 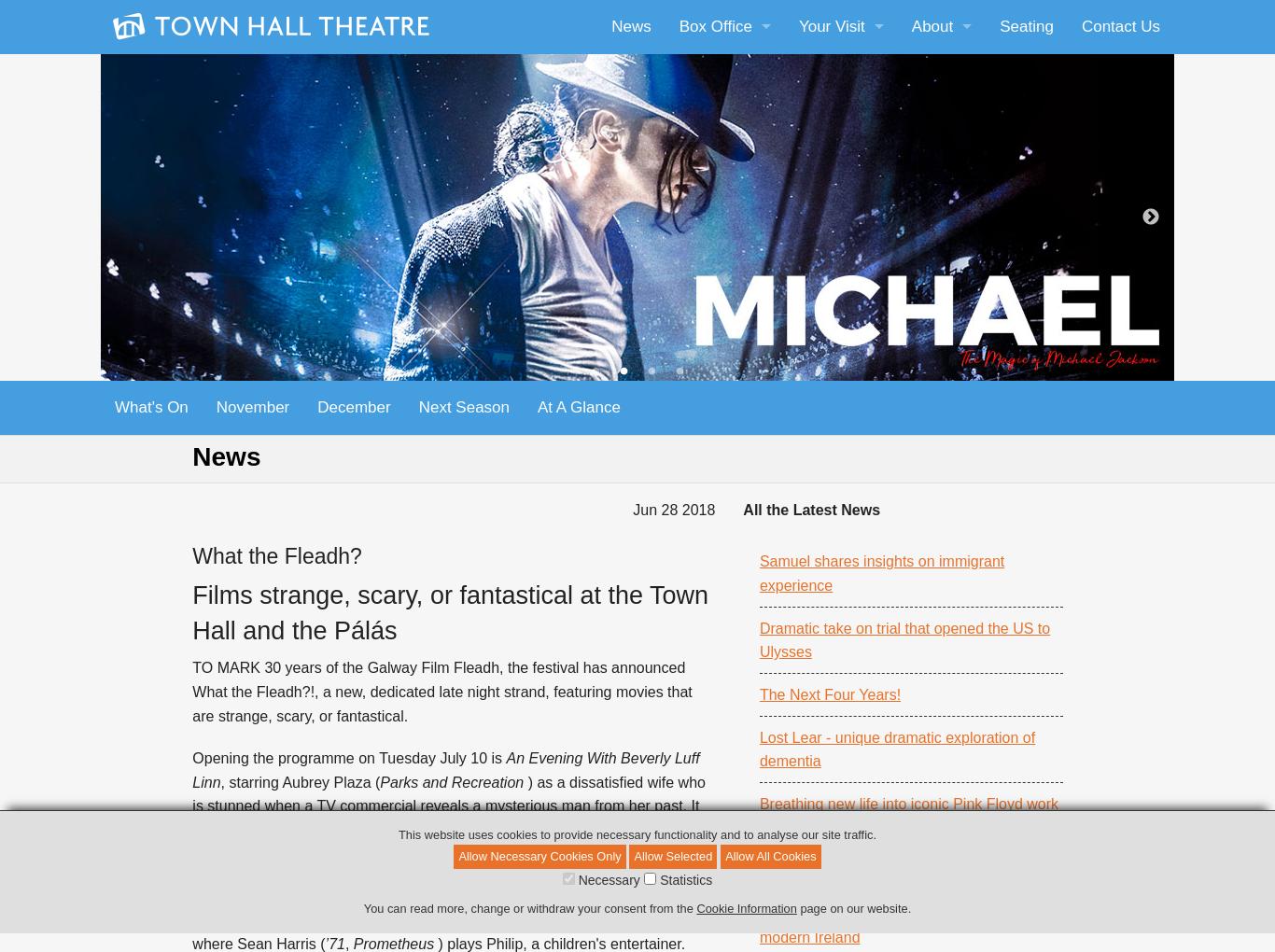 I want to click on 'This website uses cookies to provide necessary functionality and to analyse our site traffic.', so click(x=636, y=833).